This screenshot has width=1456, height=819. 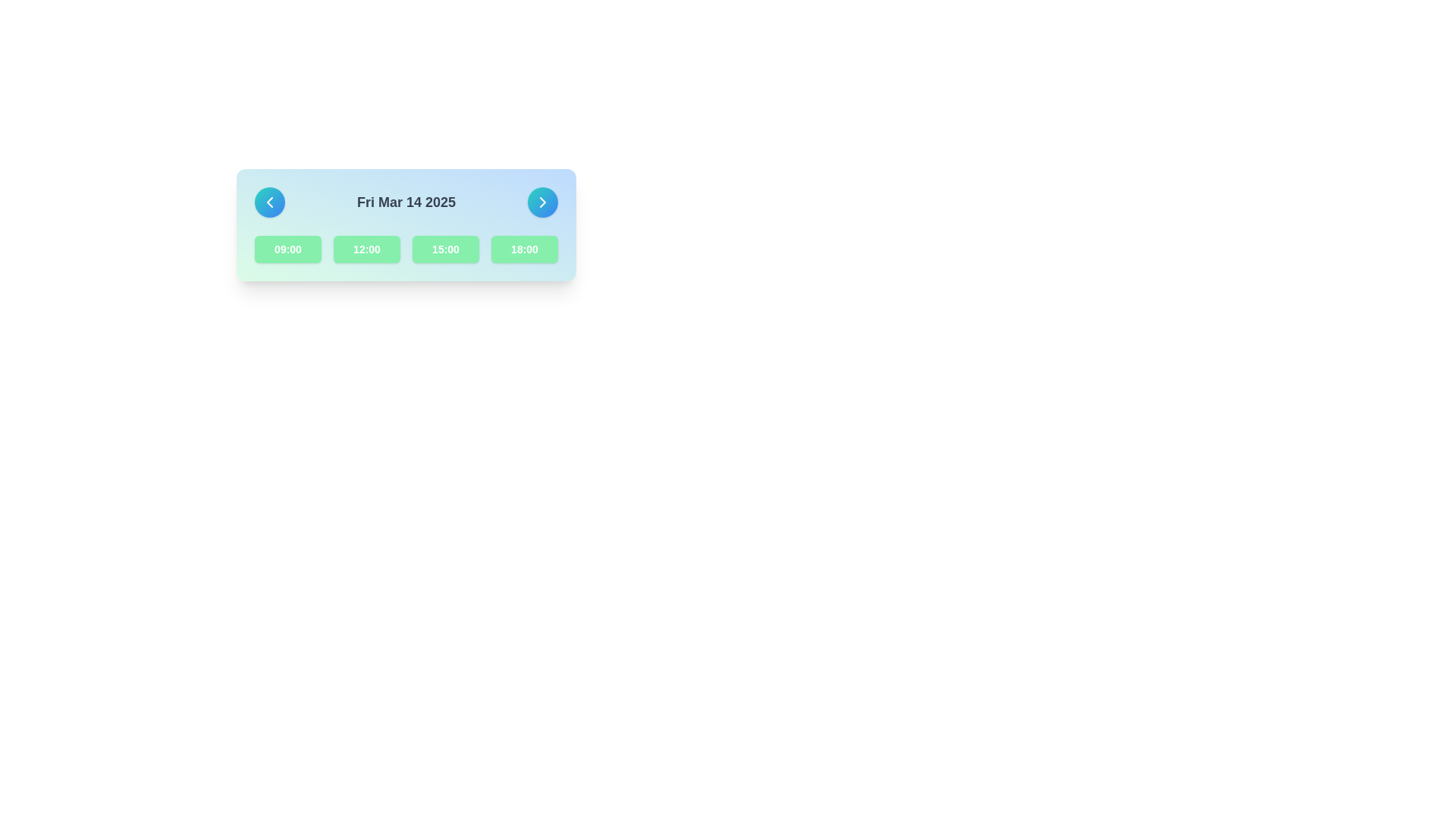 I want to click on the navigational icon located within the rounded button at the right end of the horizontal panel, so click(x=542, y=201).